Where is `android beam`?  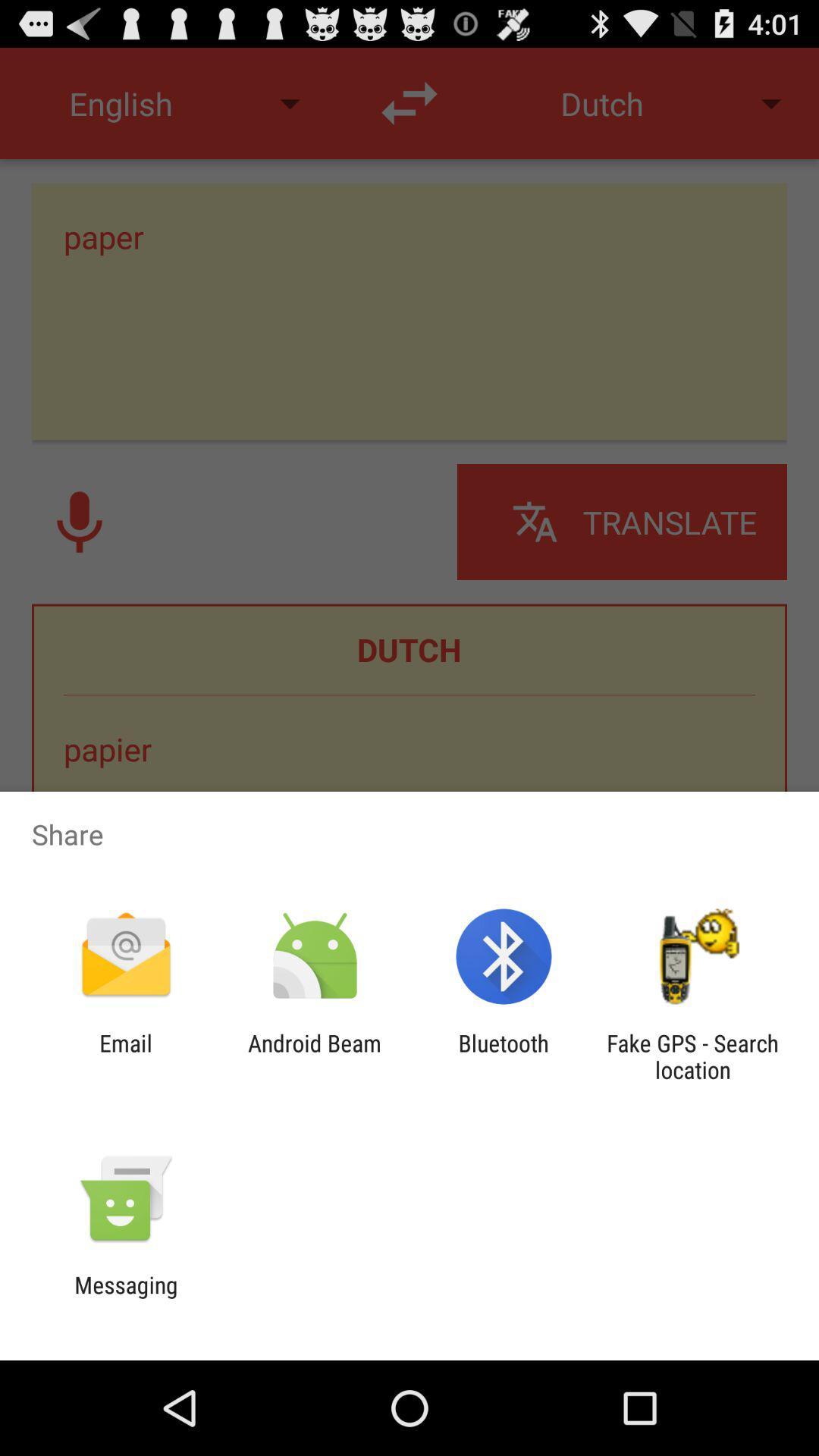 android beam is located at coordinates (314, 1056).